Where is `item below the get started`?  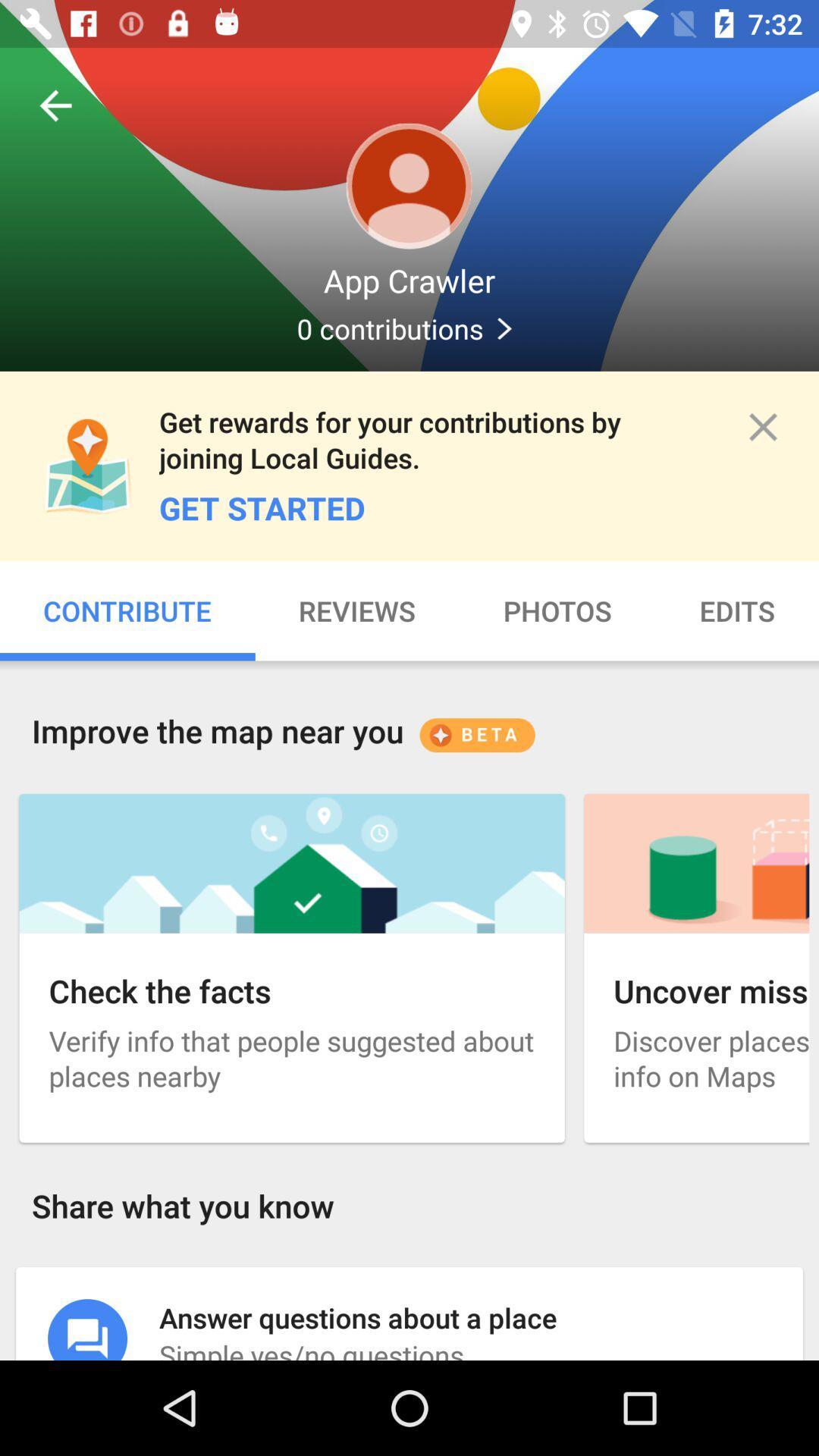
item below the get started is located at coordinates (736, 610).